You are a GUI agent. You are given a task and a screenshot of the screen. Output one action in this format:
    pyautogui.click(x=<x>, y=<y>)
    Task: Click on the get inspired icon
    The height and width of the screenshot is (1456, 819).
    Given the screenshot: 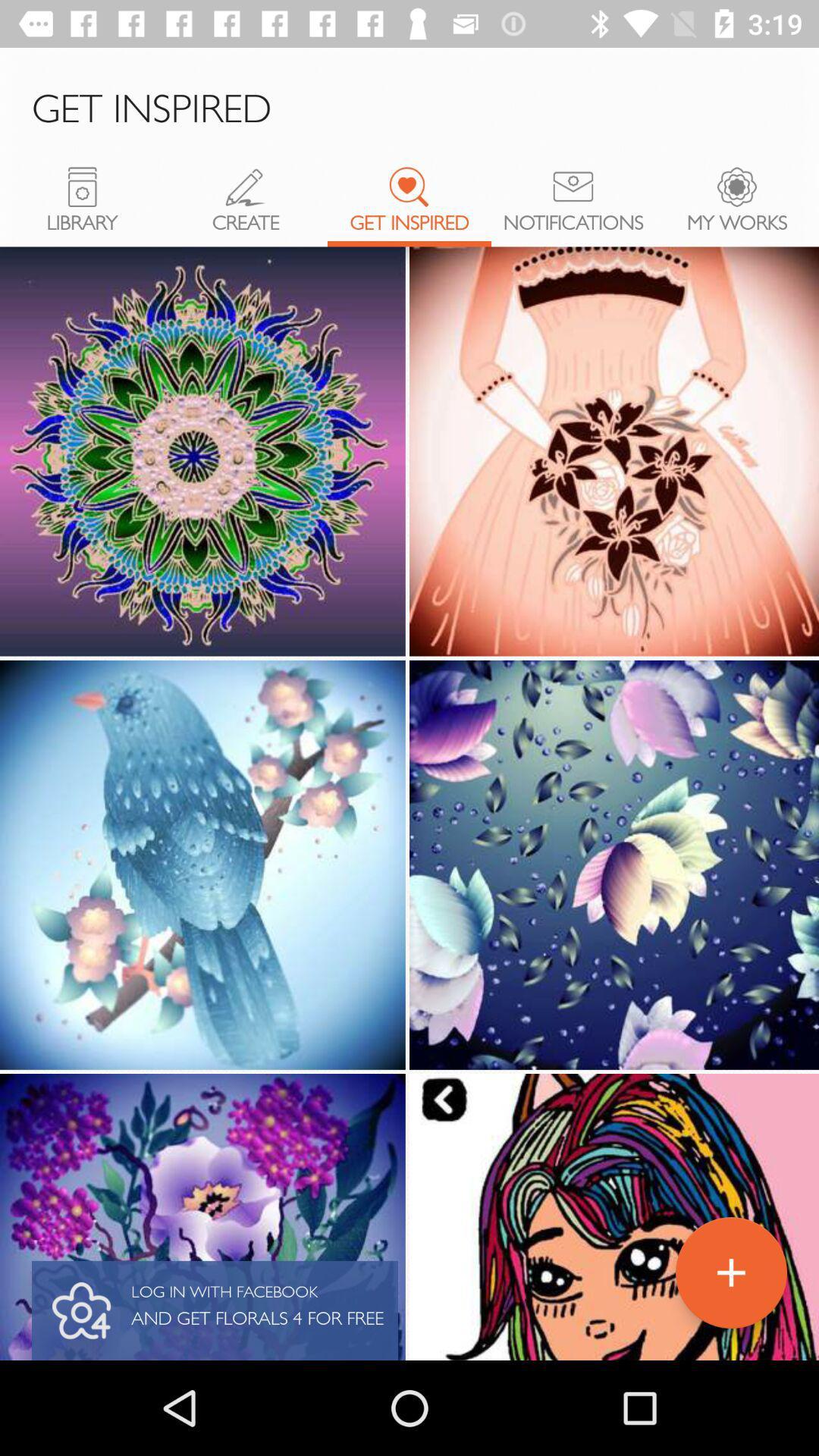 What is the action you would take?
    pyautogui.click(x=409, y=186)
    